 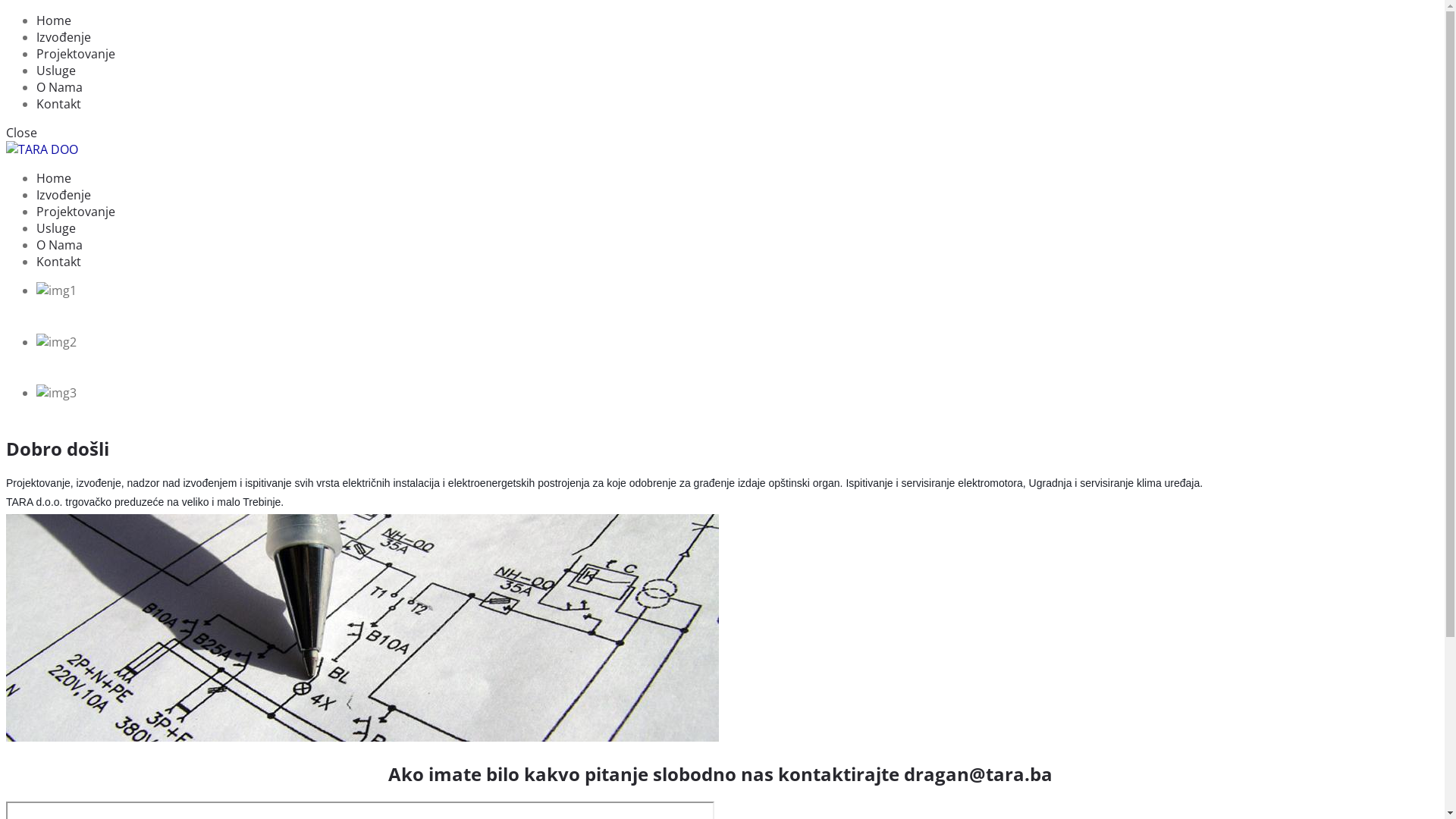 I want to click on 'Kontakt', so click(x=58, y=260).